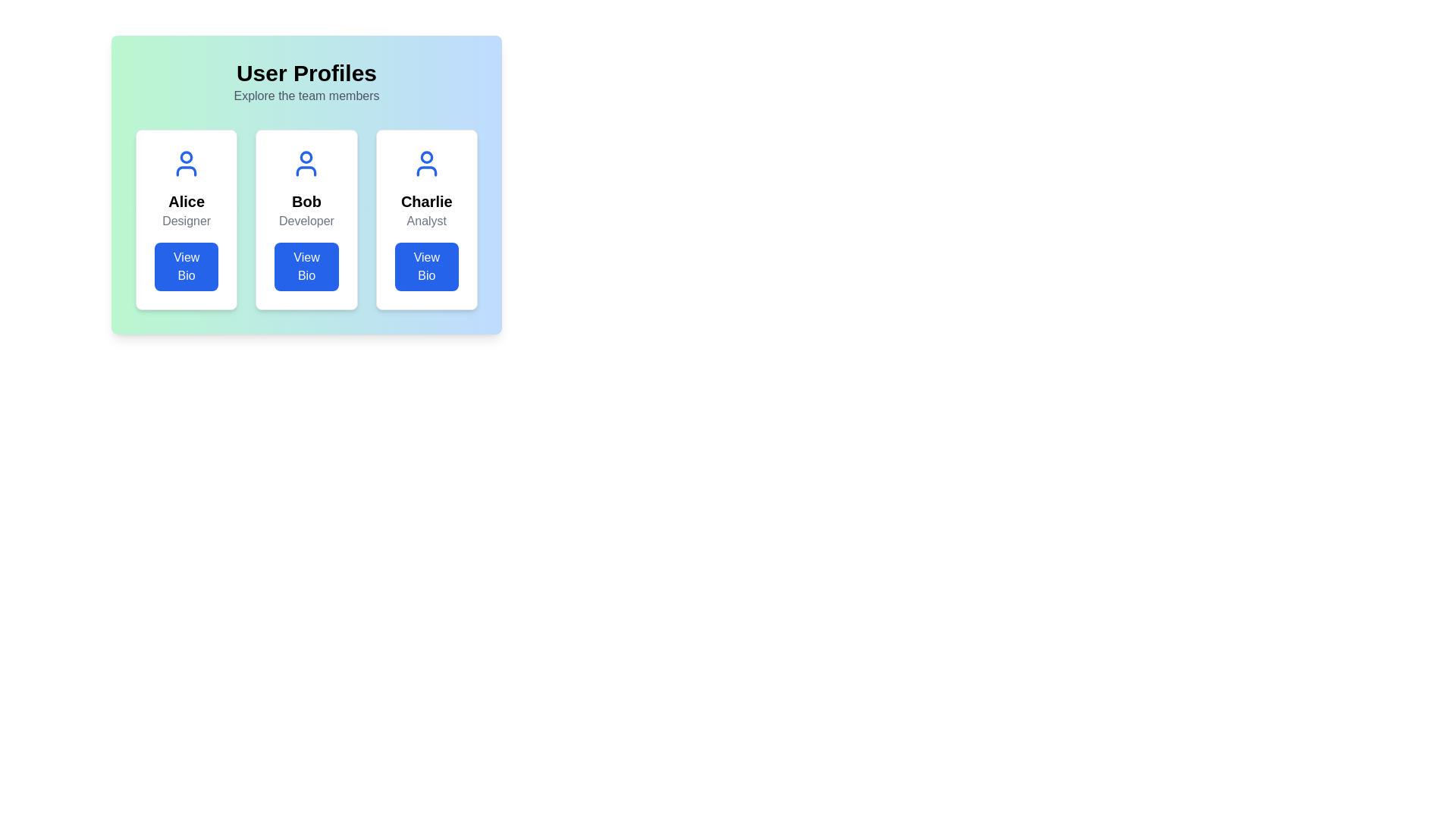  I want to click on the avatar placeholder icon representing user 'Alice', located at the top-center of the first white card in the leftmost panel of a horizontally arranged group of three cards, so click(186, 164).